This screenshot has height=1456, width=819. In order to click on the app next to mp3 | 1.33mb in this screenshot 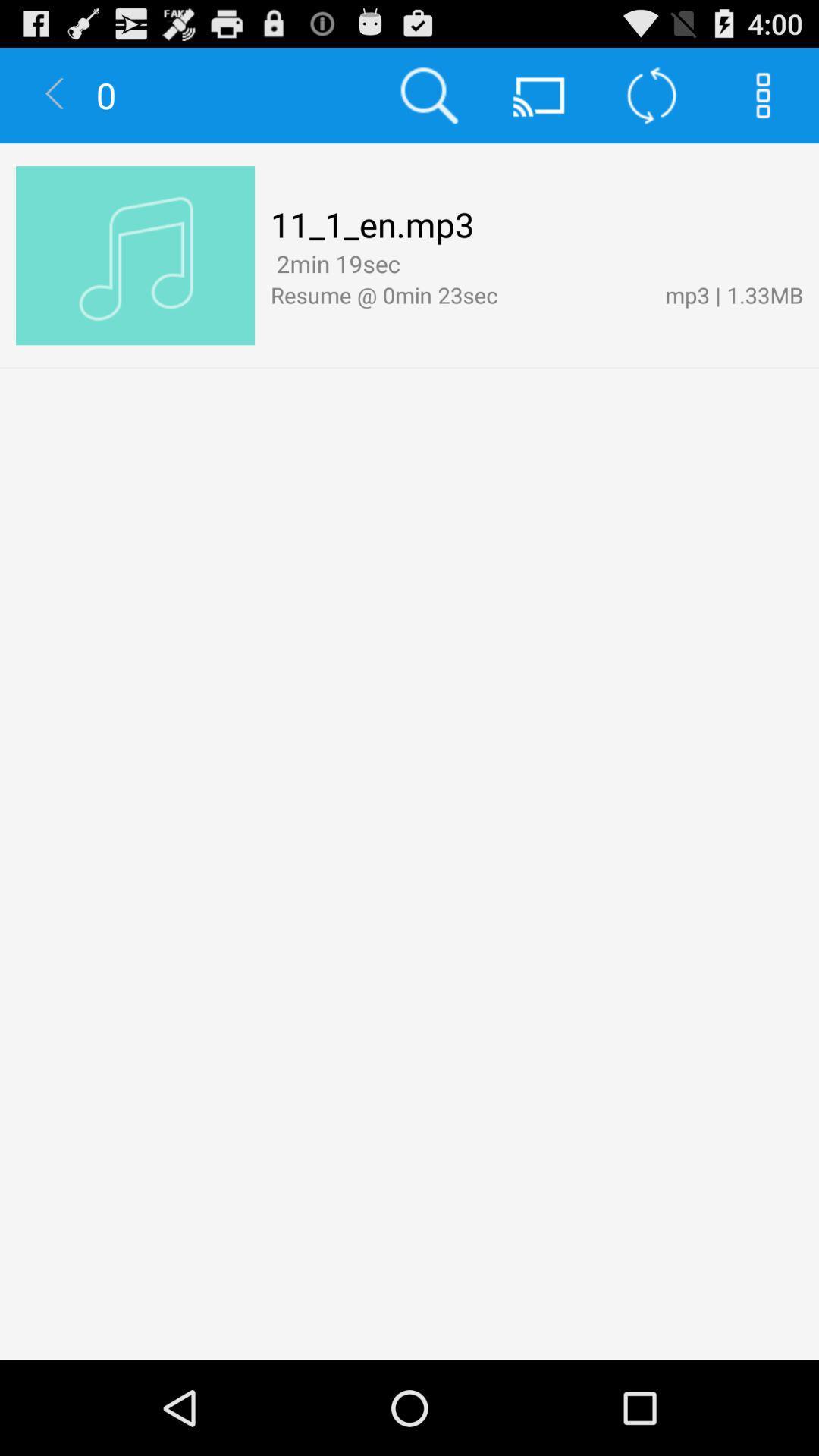, I will do `click(459, 294)`.